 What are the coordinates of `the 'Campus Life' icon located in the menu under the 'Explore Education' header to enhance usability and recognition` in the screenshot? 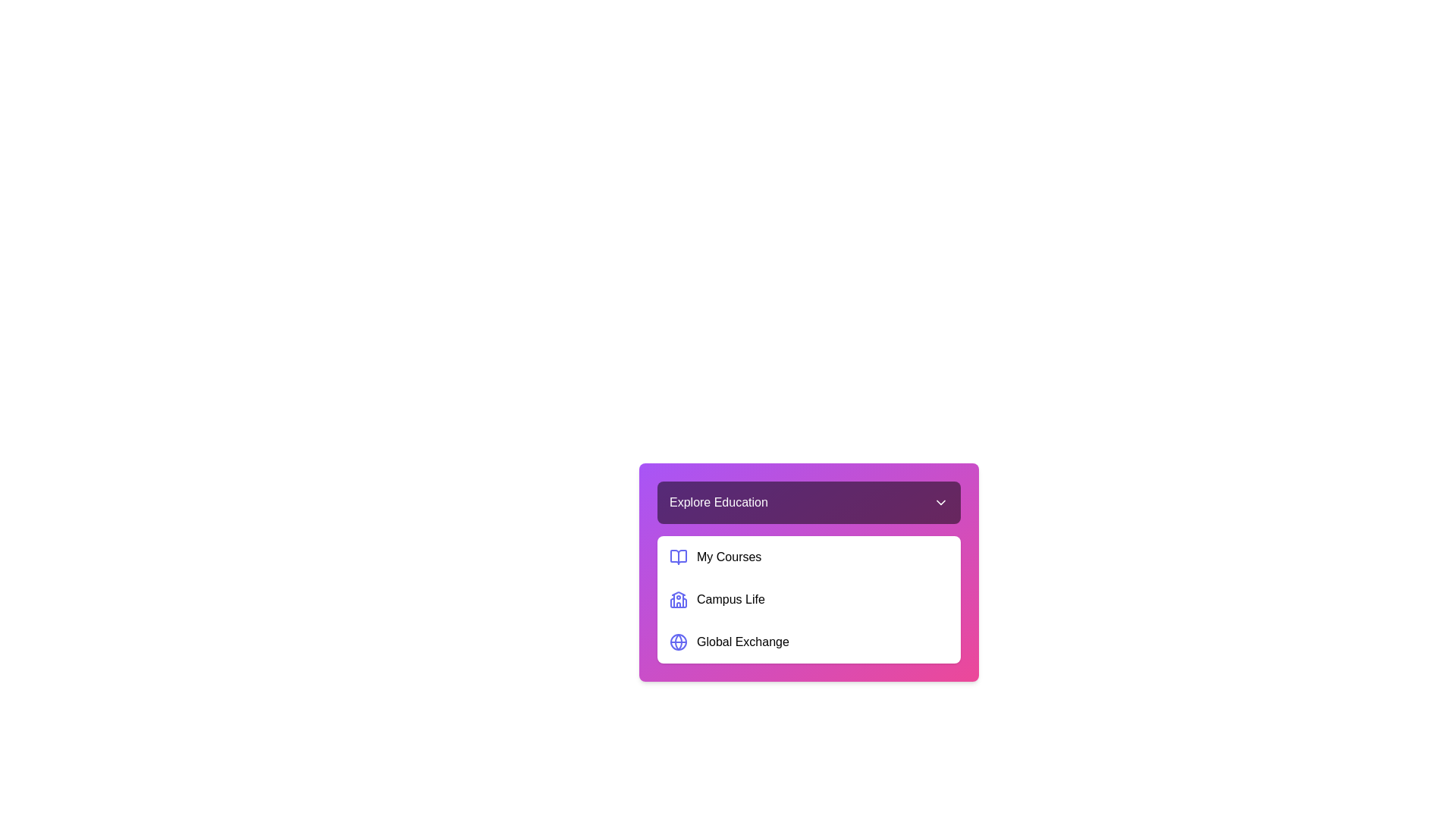 It's located at (677, 598).